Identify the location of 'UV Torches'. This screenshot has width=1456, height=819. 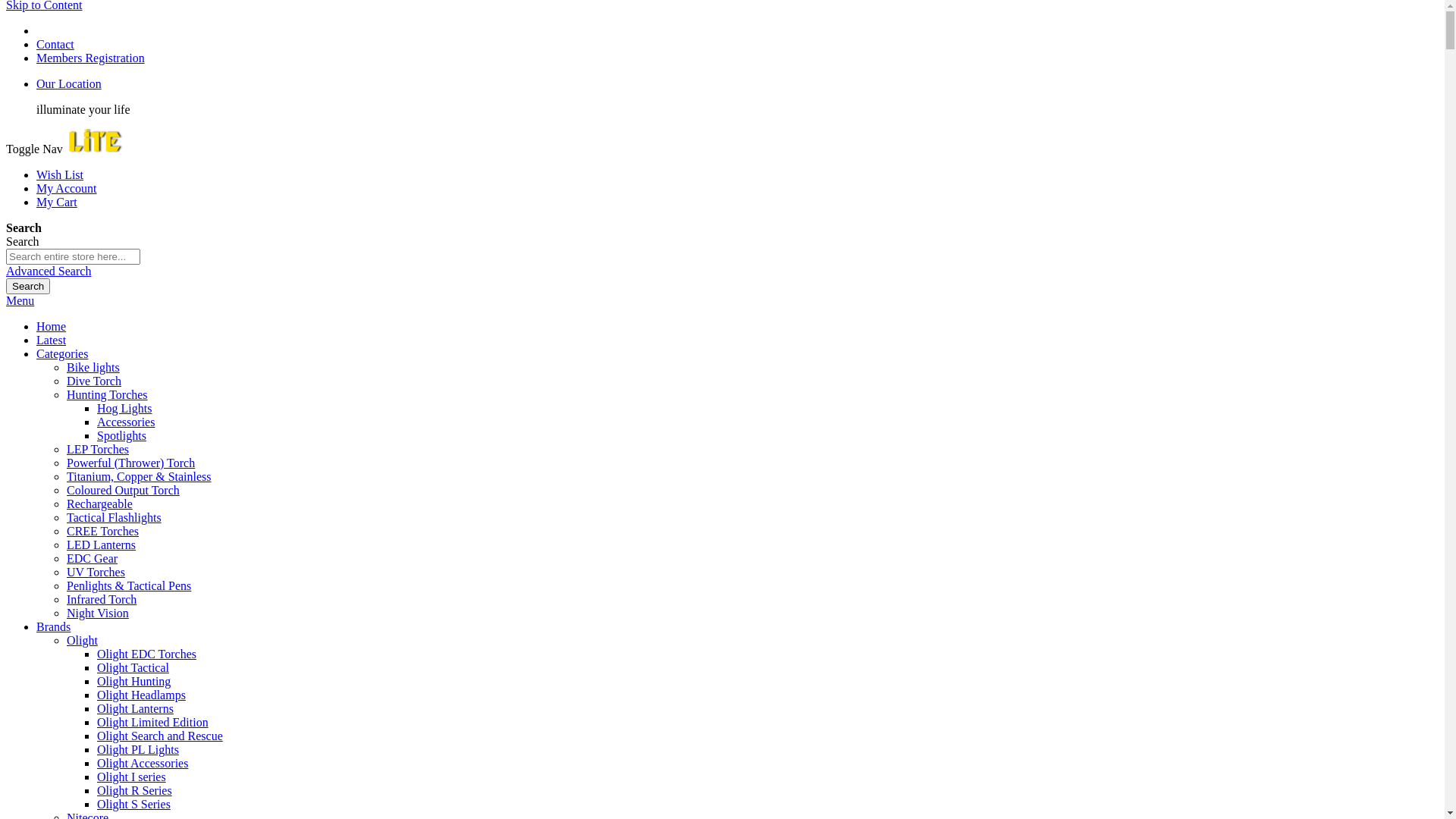
(65, 572).